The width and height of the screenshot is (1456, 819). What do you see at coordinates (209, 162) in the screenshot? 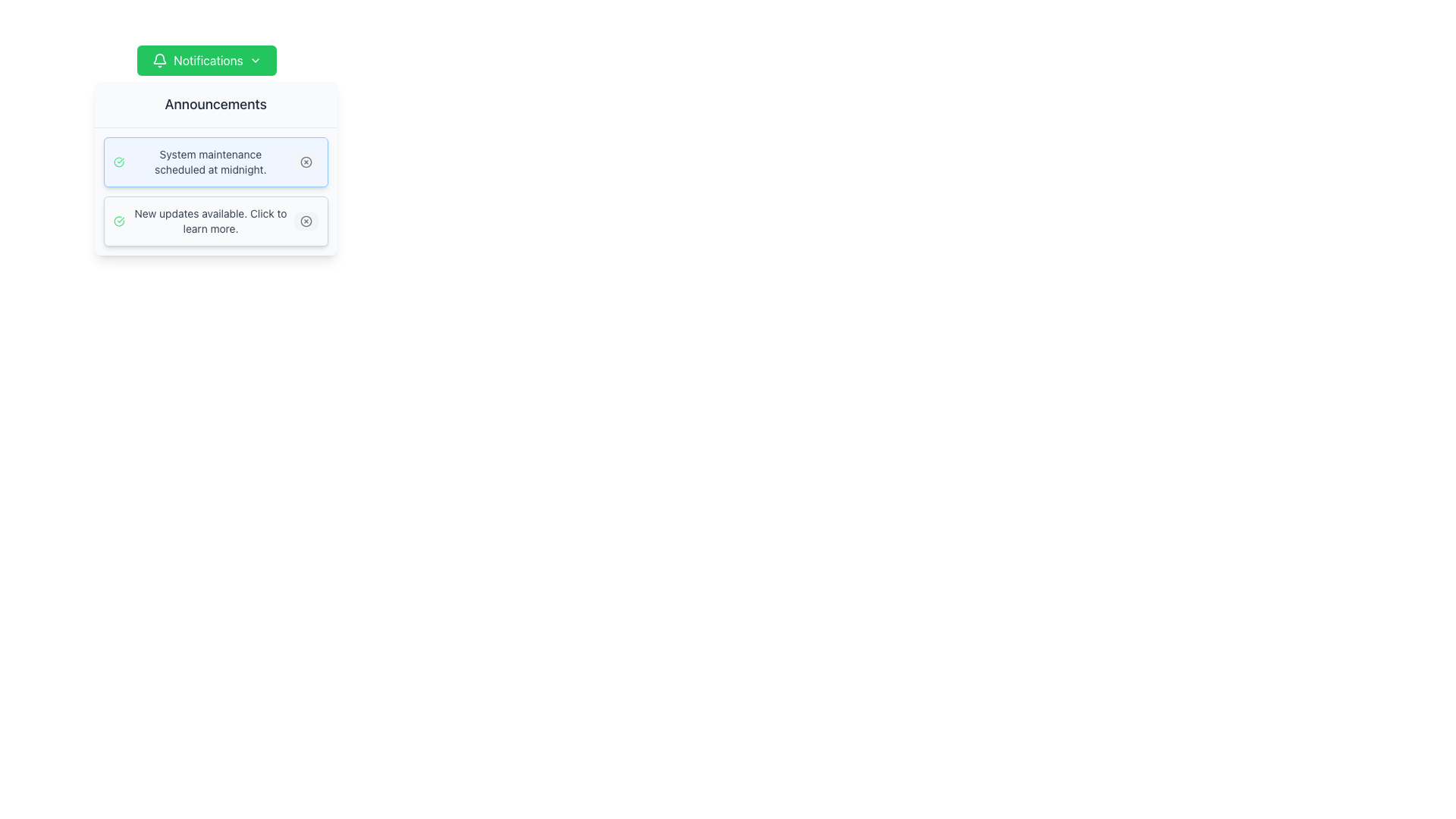
I see `announcement message displayed in the gray-text label stating 'System maintenance scheduled at midnight.'` at bounding box center [209, 162].